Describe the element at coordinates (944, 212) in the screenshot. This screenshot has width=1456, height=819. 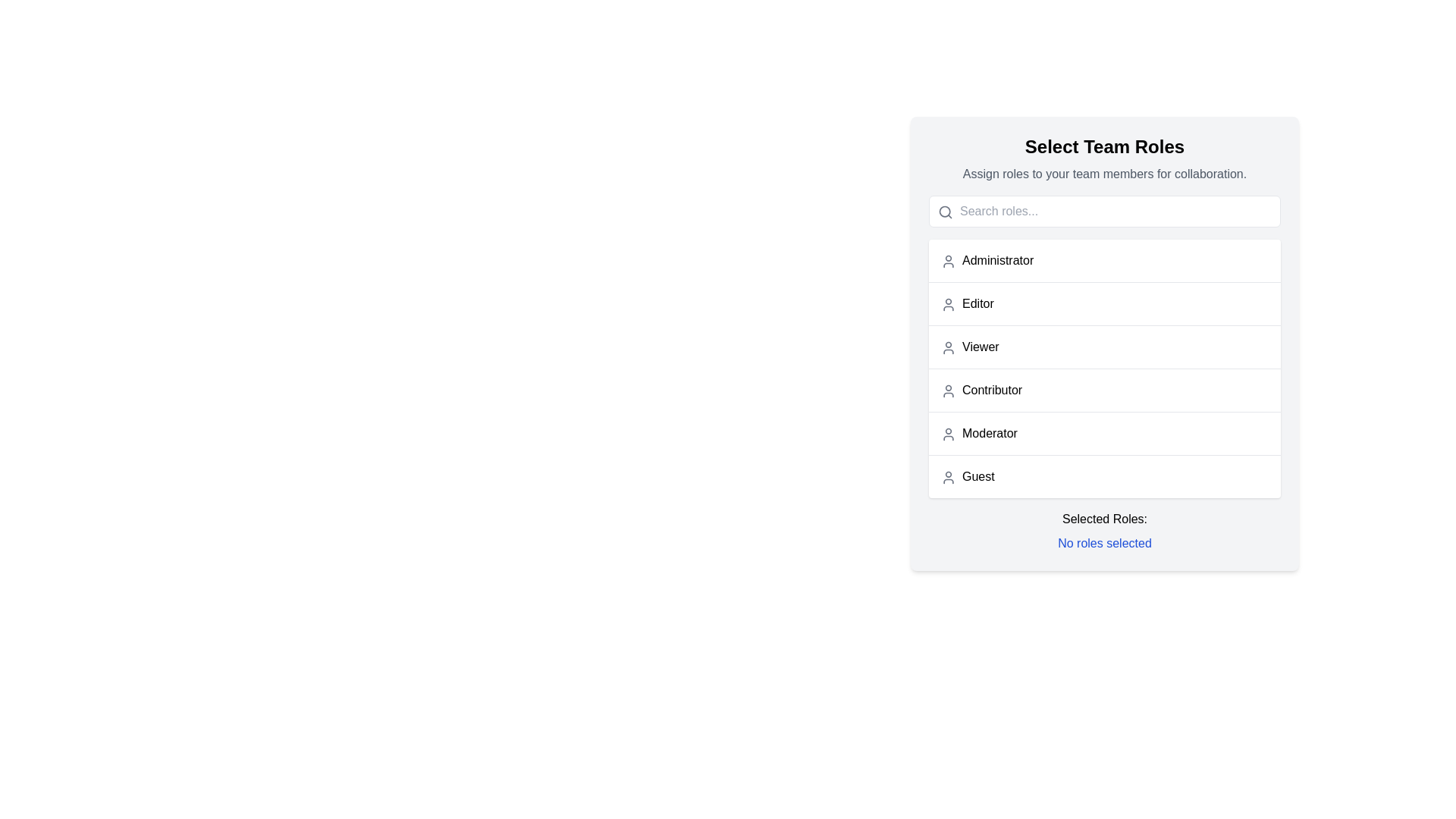
I see `the circular shape that represents the lens of the magnifying glass icon, located on the left side of the search input field` at that location.